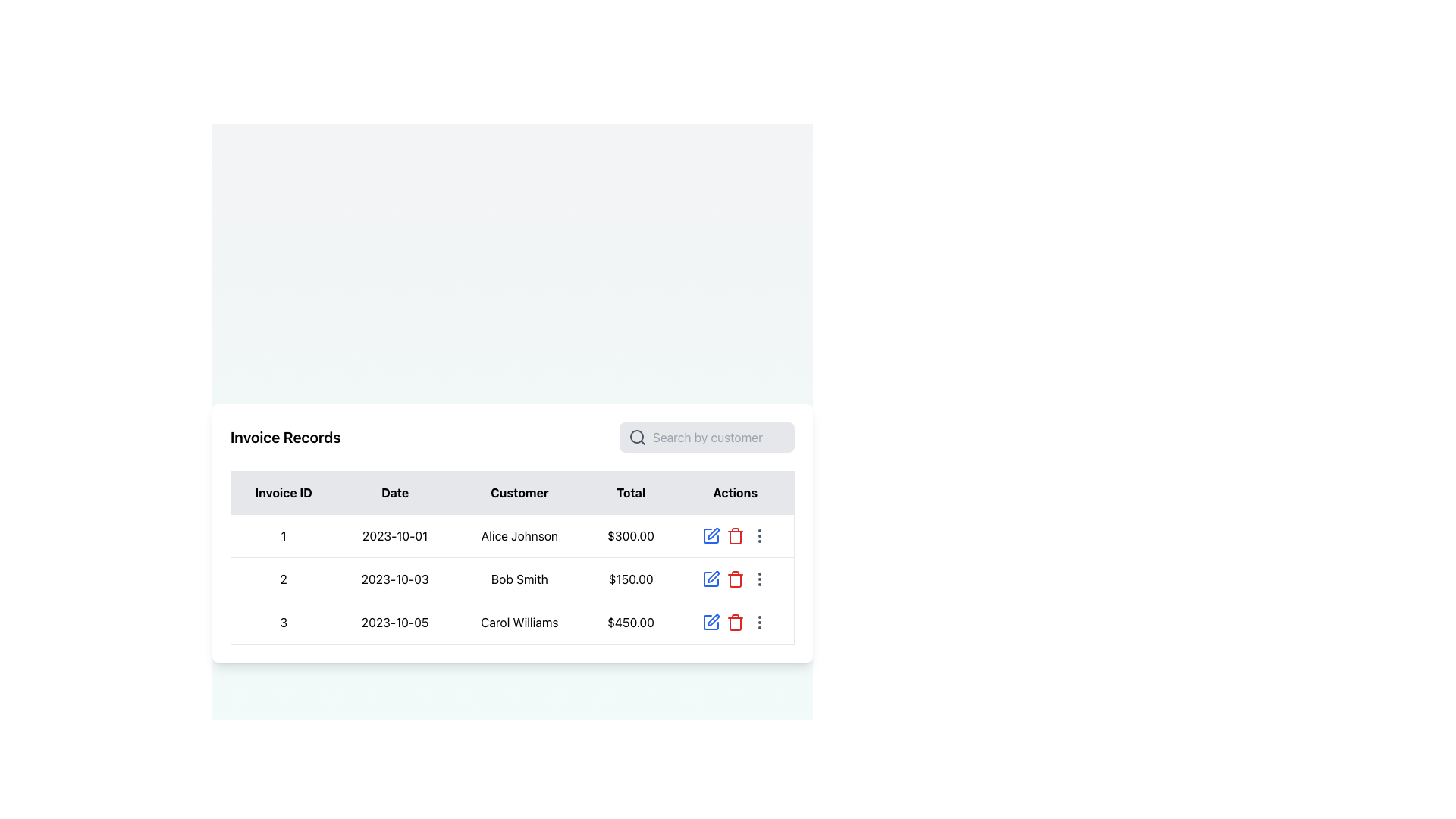 The height and width of the screenshot is (819, 1456). I want to click on the text label indicating the unique identifier for the third invoice entry in the 'Invoice Records' table, located in the first column of the third row, so click(284, 622).